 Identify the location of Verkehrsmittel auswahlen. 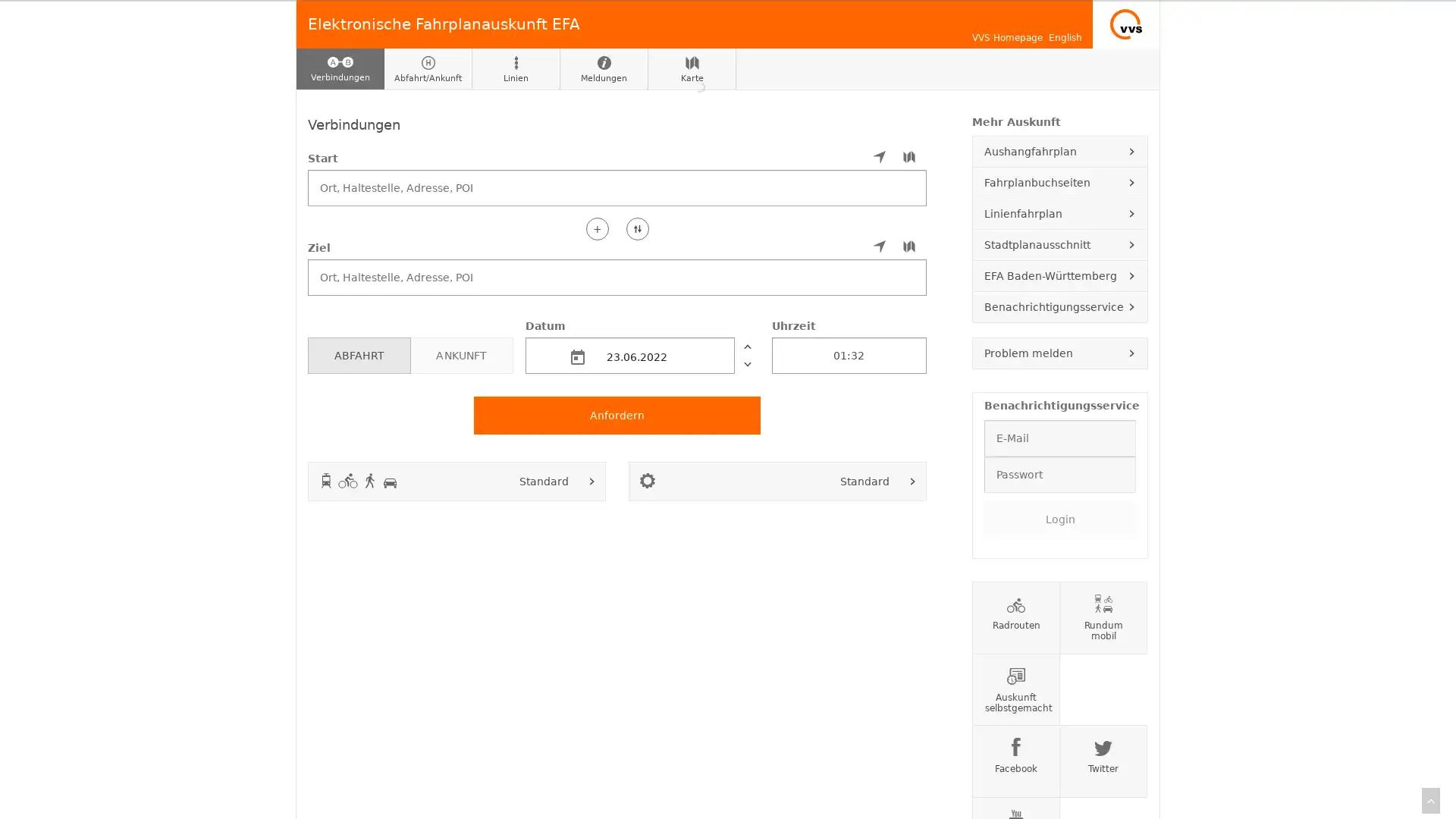
(591, 480).